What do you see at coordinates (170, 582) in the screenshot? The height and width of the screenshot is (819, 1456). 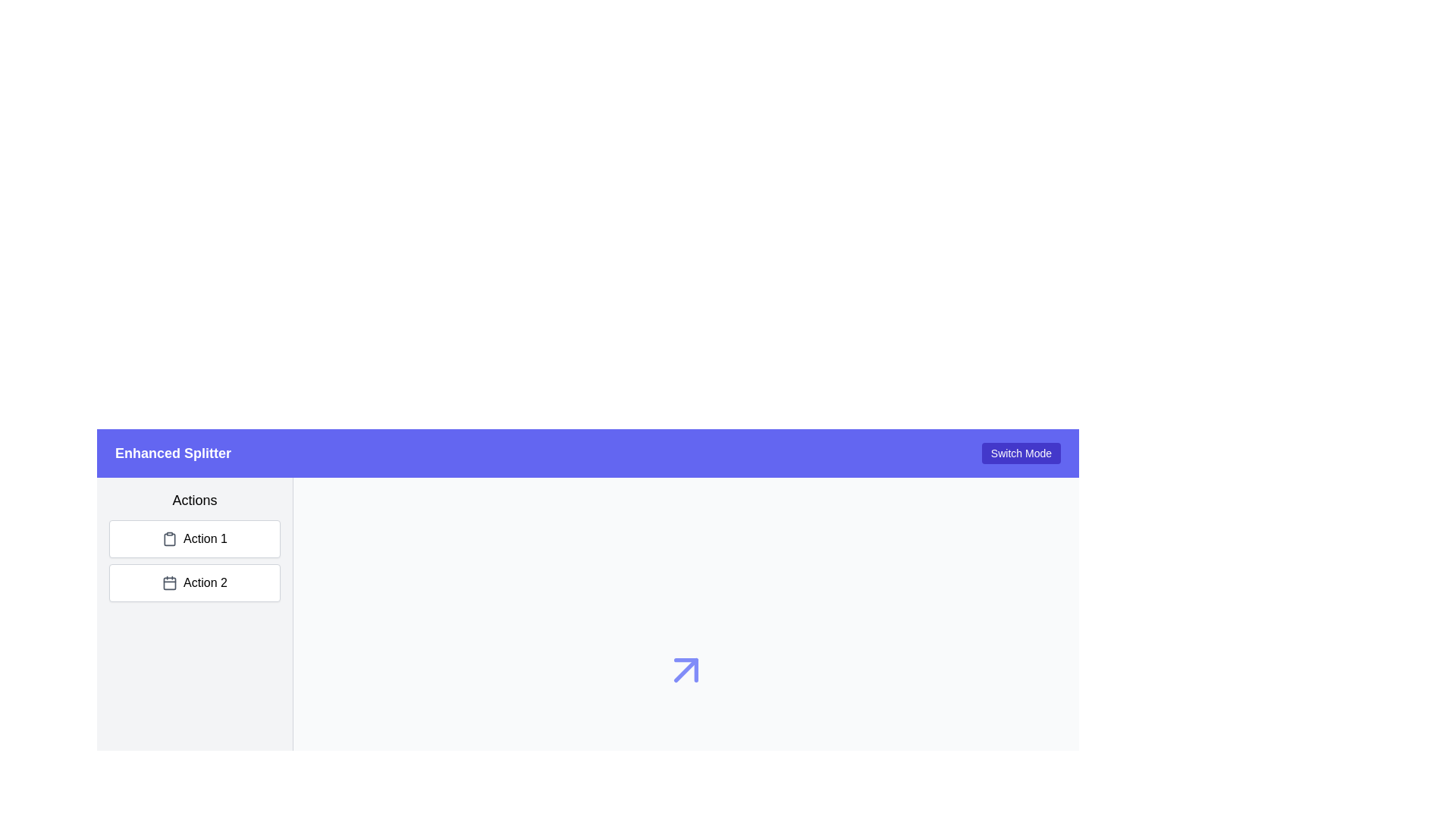 I see `the calendar icon styled with a light stroke and labeled 'Action 2' in the left pane under the 'Actions' header` at bounding box center [170, 582].